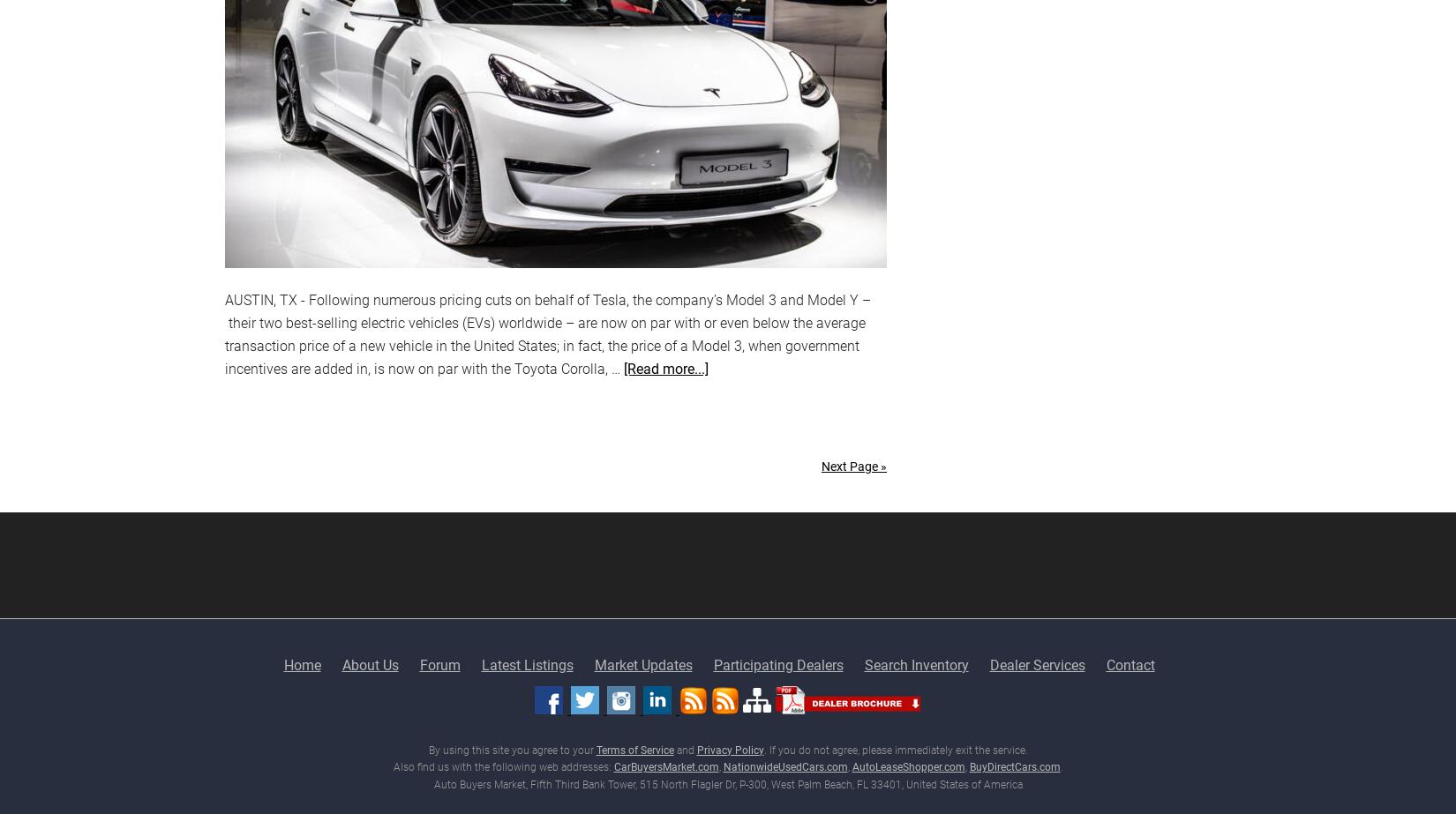 The image size is (1456, 814). I want to click on 'Forum', so click(438, 663).